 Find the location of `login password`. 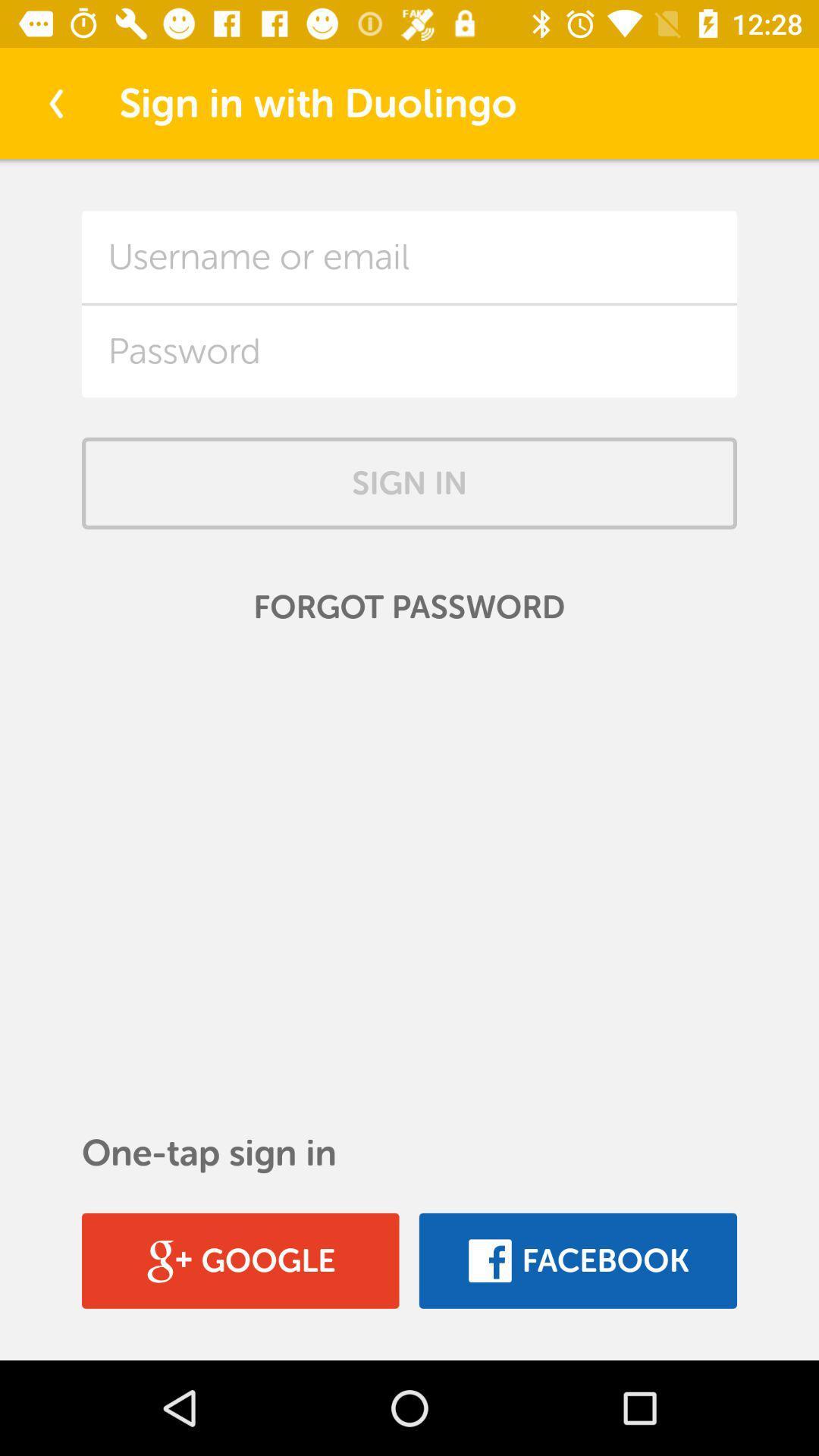

login password is located at coordinates (409, 350).